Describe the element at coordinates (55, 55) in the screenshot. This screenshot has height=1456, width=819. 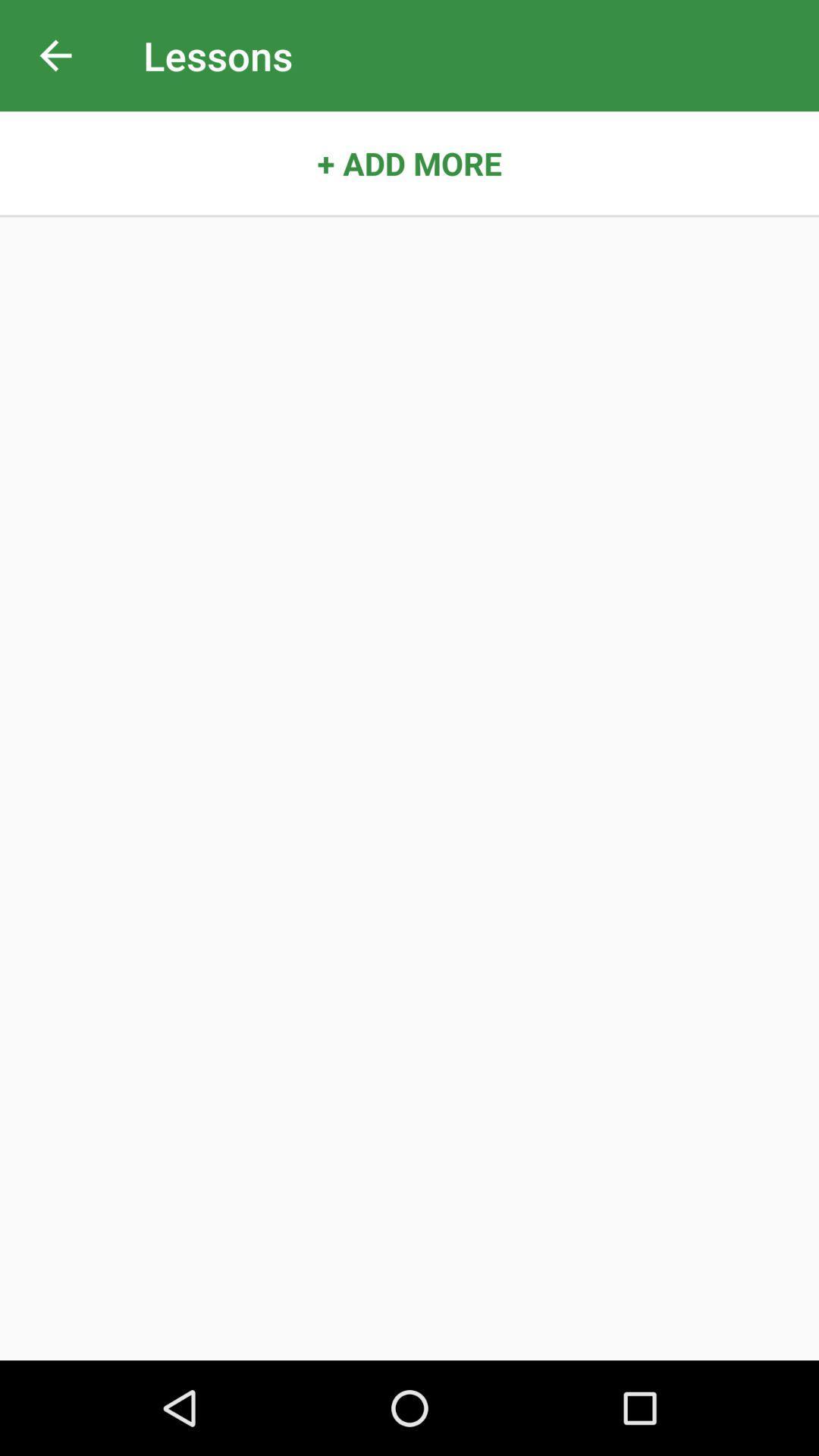
I see `icon next to lessons item` at that location.